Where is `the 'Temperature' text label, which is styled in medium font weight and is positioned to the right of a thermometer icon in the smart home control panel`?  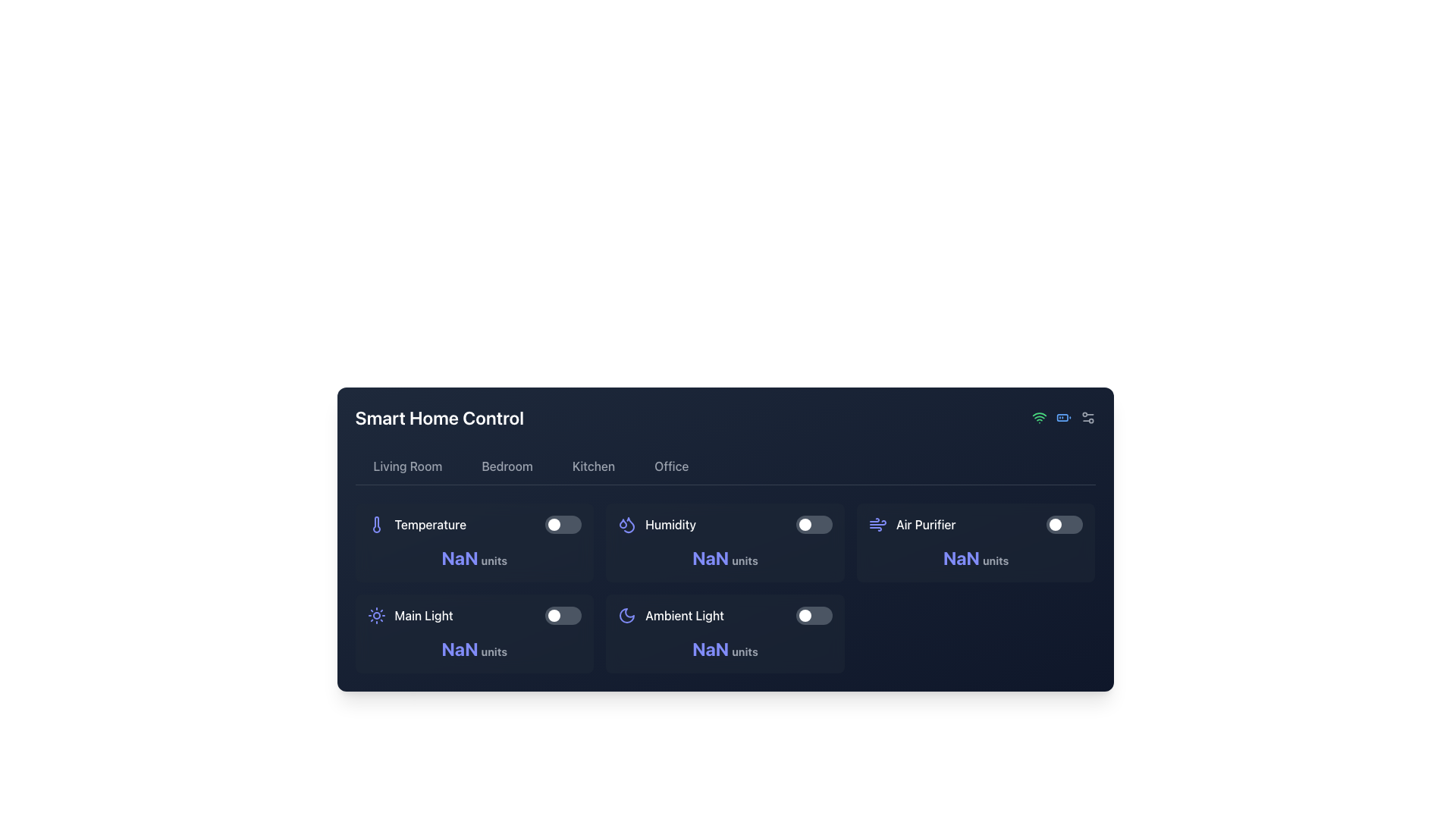 the 'Temperature' text label, which is styled in medium font weight and is positioned to the right of a thermometer icon in the smart home control panel is located at coordinates (429, 523).